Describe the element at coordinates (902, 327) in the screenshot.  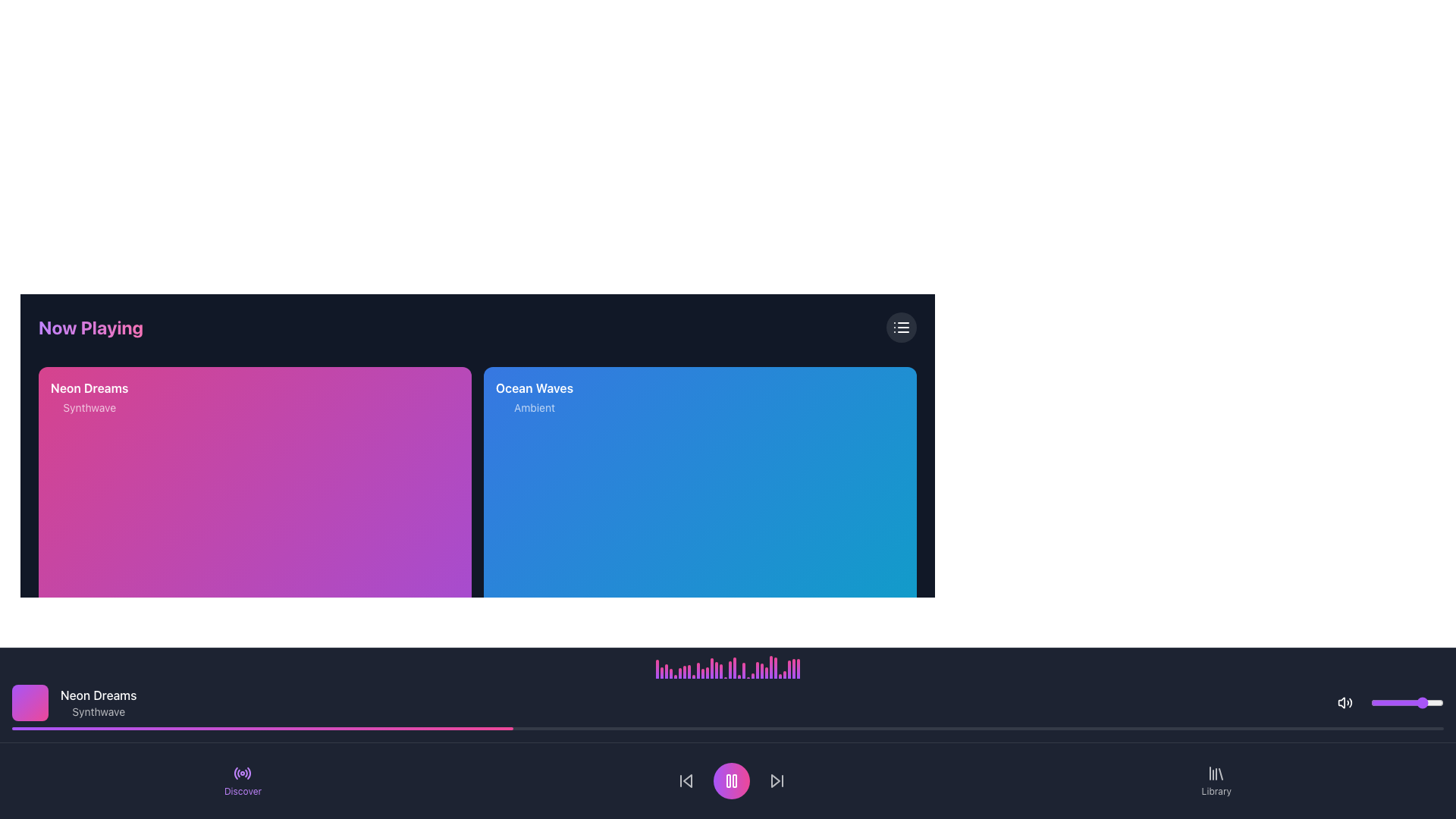
I see `the circular button with a dark background and a horizontal list icon located in the top-right corner of the 'Now Playing' section` at that location.